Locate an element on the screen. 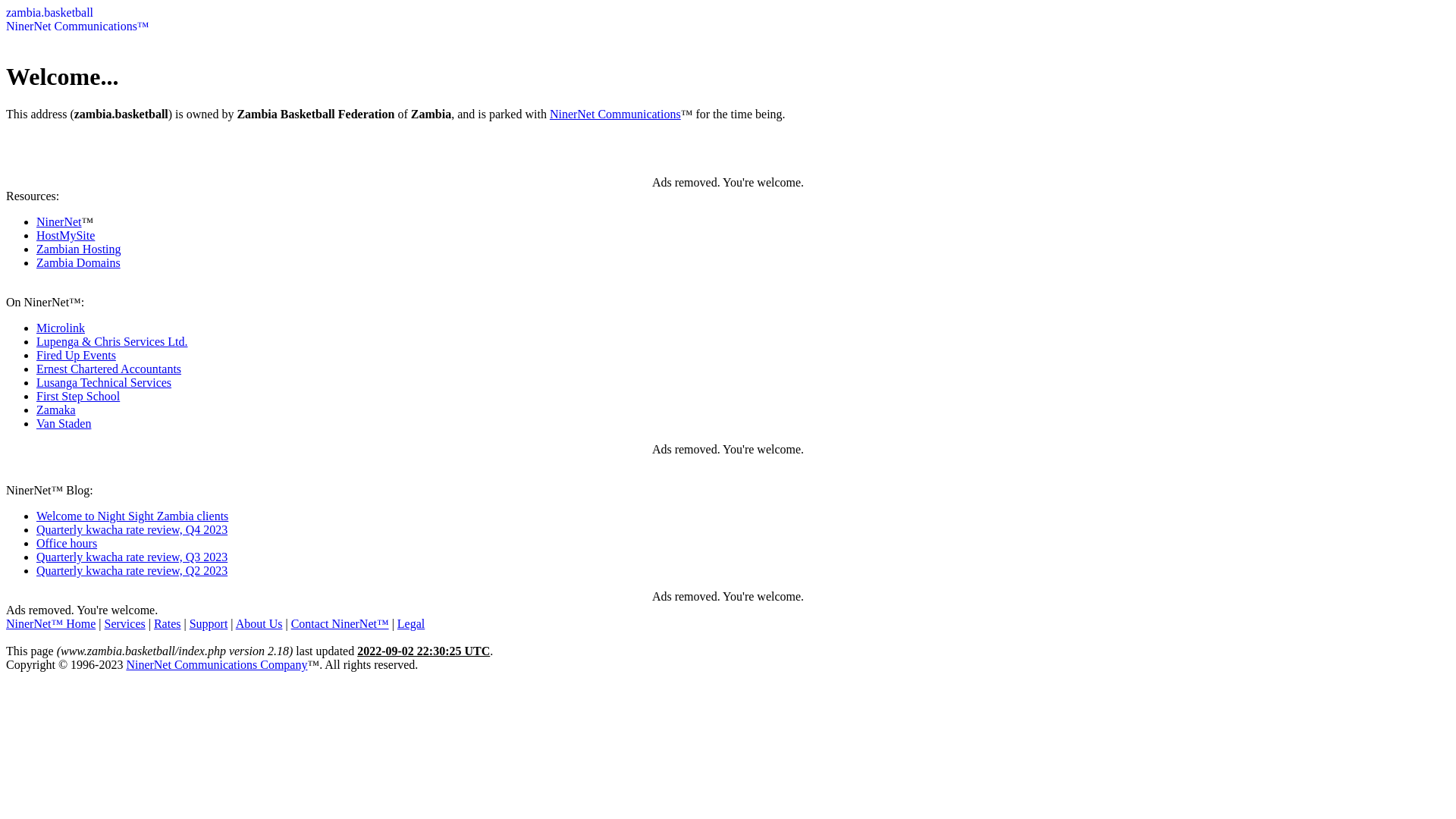 Image resolution: width=1456 pixels, height=819 pixels. 'Microlink' is located at coordinates (61, 327).